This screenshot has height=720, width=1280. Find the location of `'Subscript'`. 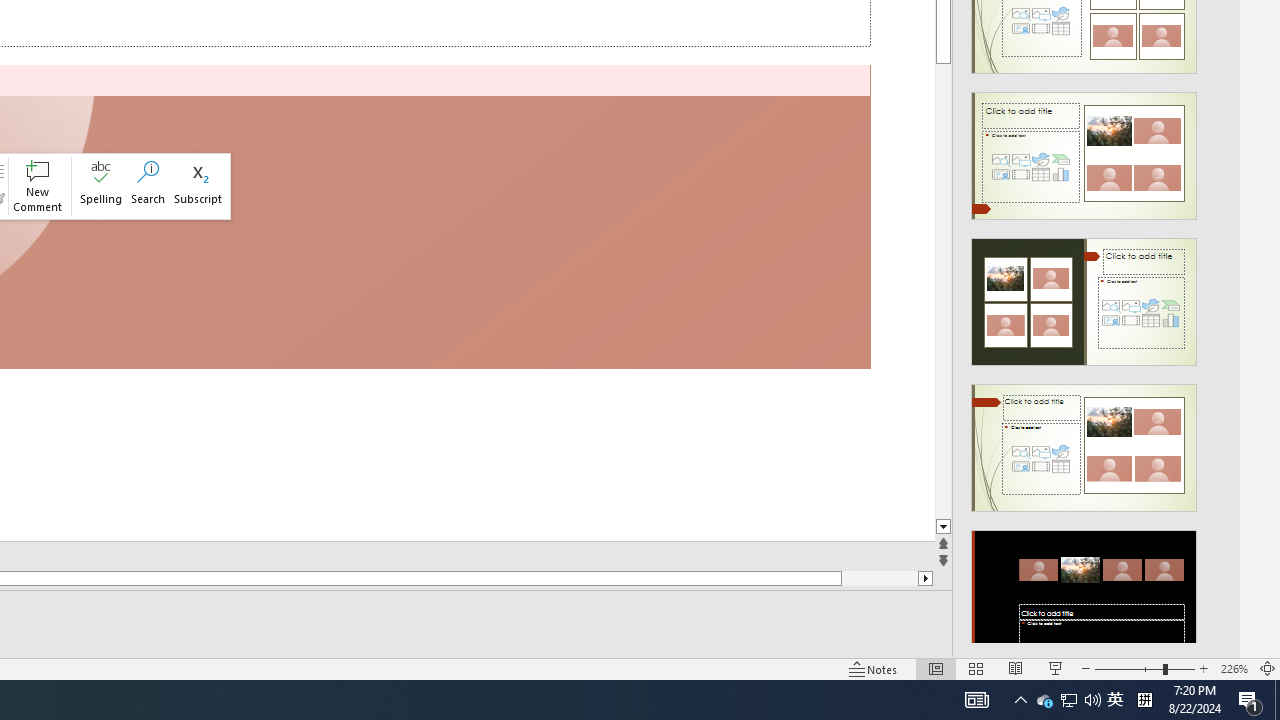

'Subscript' is located at coordinates (198, 186).